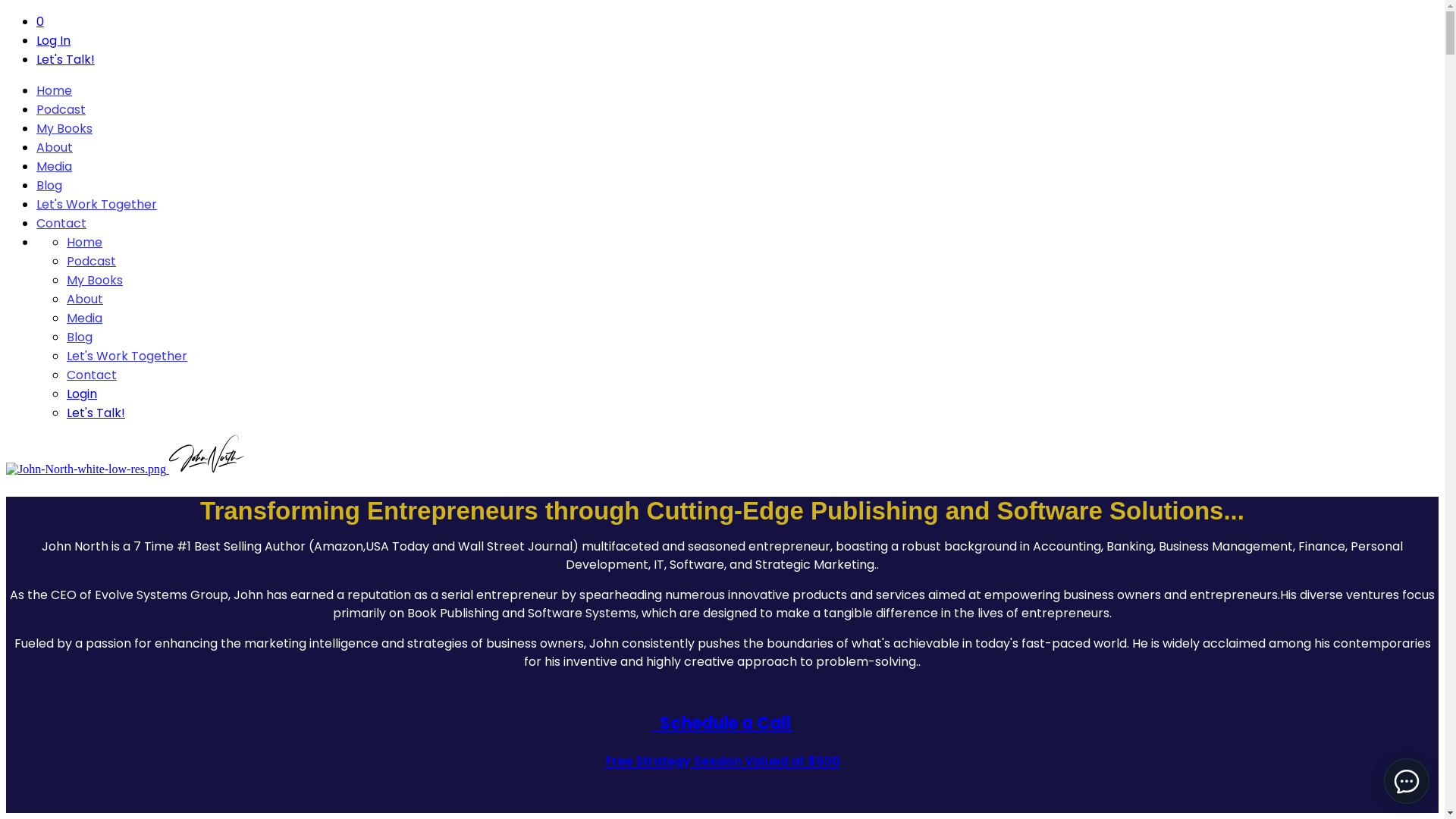 Image resolution: width=1456 pixels, height=819 pixels. Describe the element at coordinates (53, 39) in the screenshot. I see `'Log In'` at that location.